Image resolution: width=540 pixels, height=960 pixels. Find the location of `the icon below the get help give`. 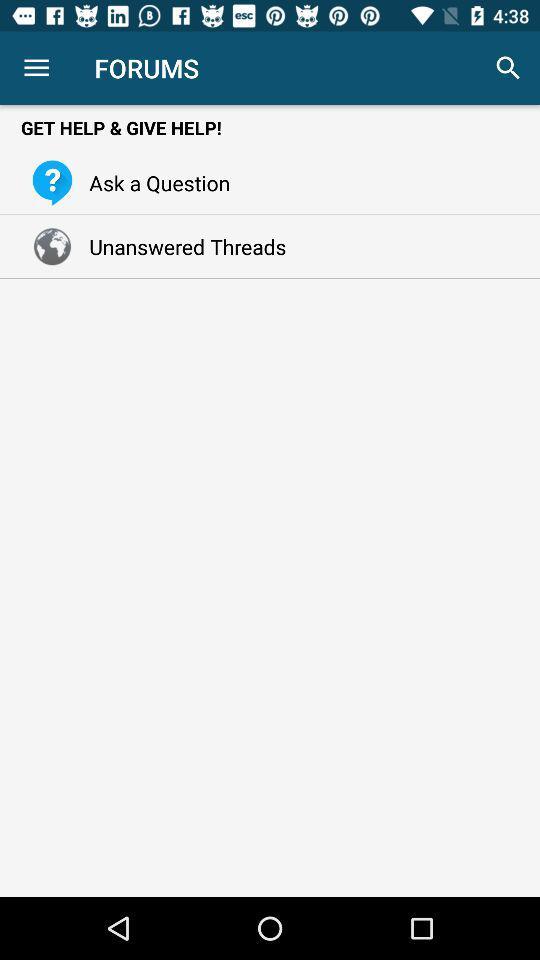

the icon below the get help give is located at coordinates (153, 182).